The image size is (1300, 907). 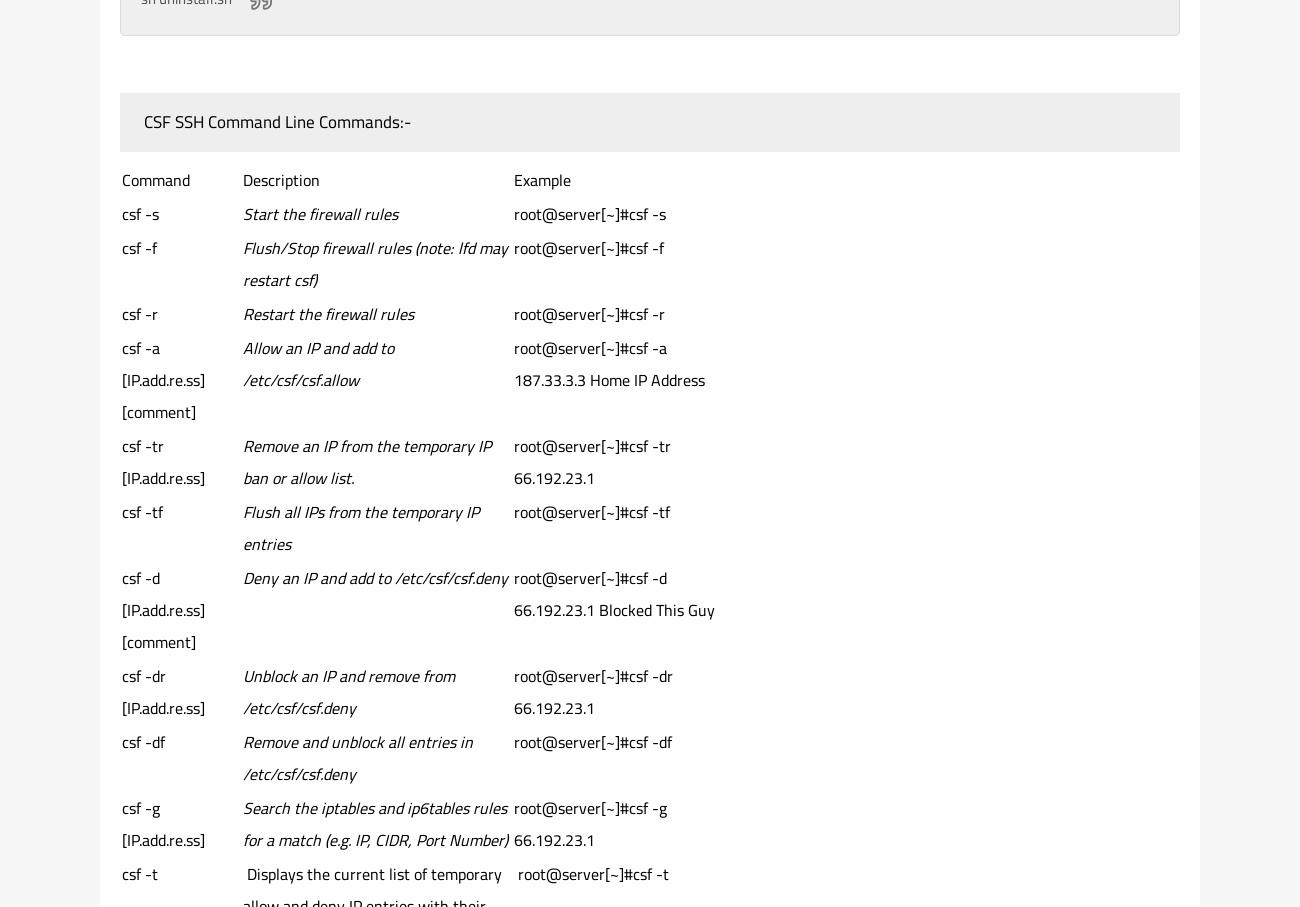 I want to click on 'root@server[~]#csf -s', so click(x=588, y=213).